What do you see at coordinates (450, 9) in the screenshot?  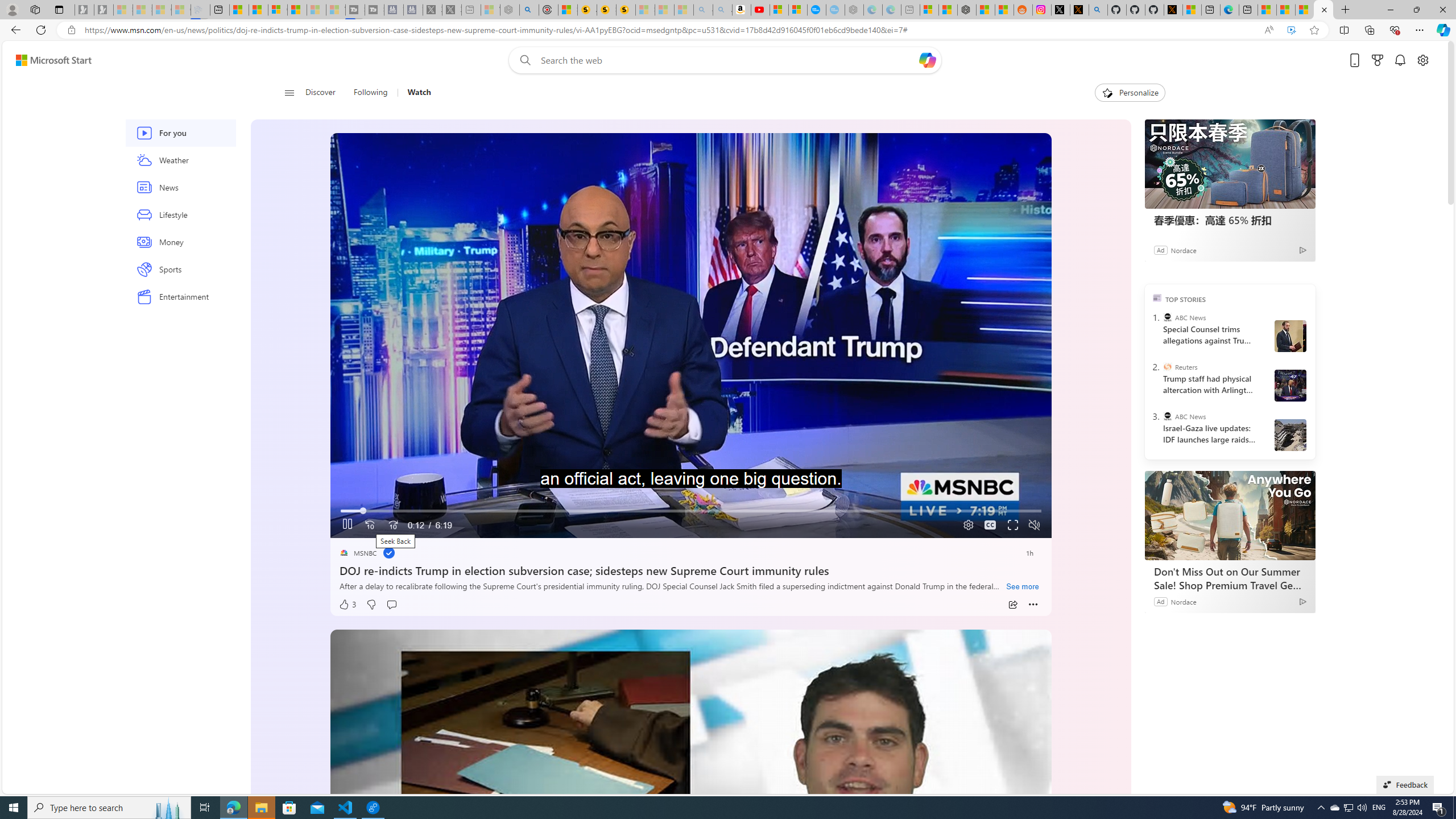 I see `'X - Sleeping'` at bounding box center [450, 9].